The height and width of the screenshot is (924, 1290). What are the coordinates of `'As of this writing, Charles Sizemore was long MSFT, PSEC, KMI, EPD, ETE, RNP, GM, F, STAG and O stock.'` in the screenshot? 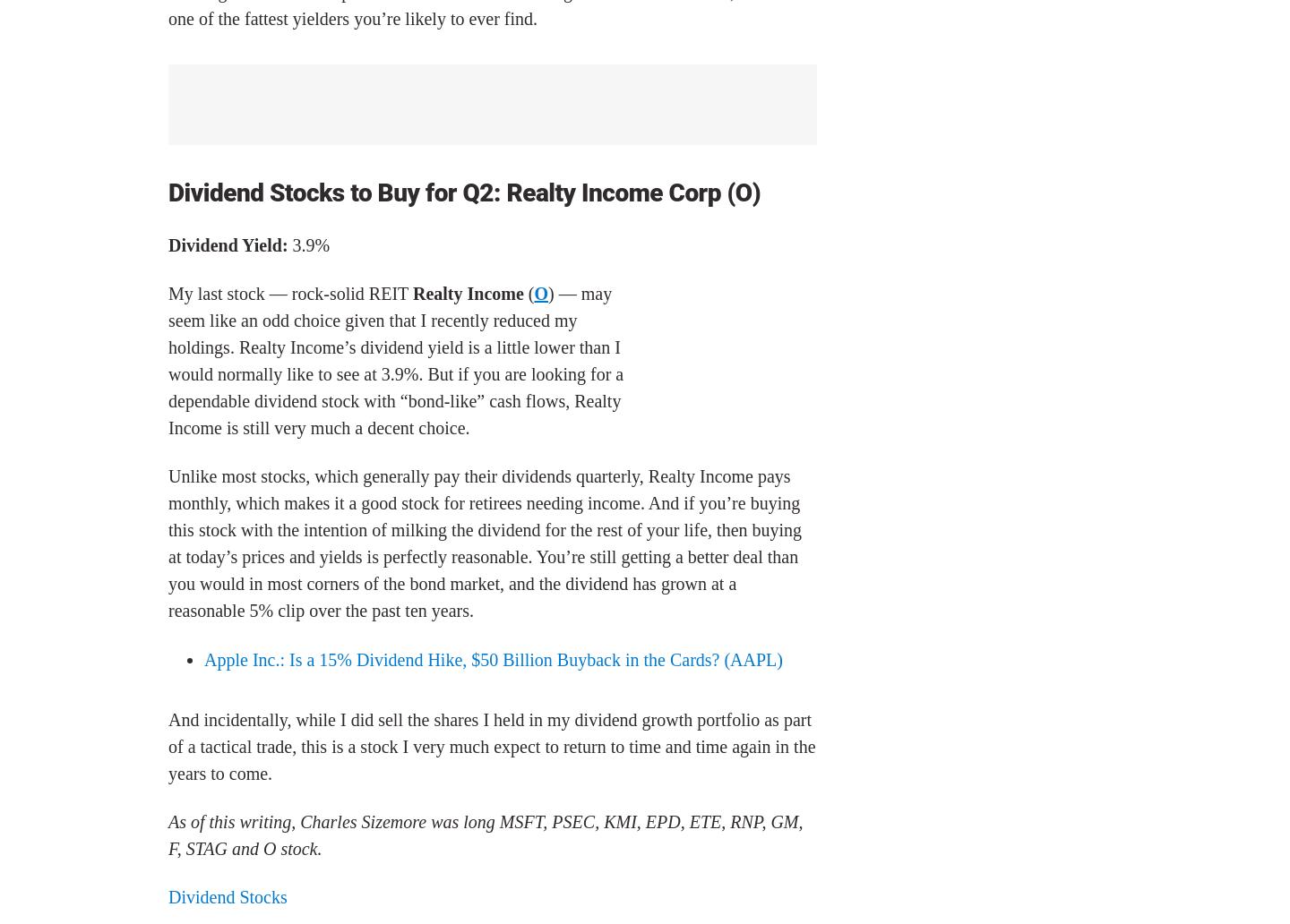 It's located at (486, 833).